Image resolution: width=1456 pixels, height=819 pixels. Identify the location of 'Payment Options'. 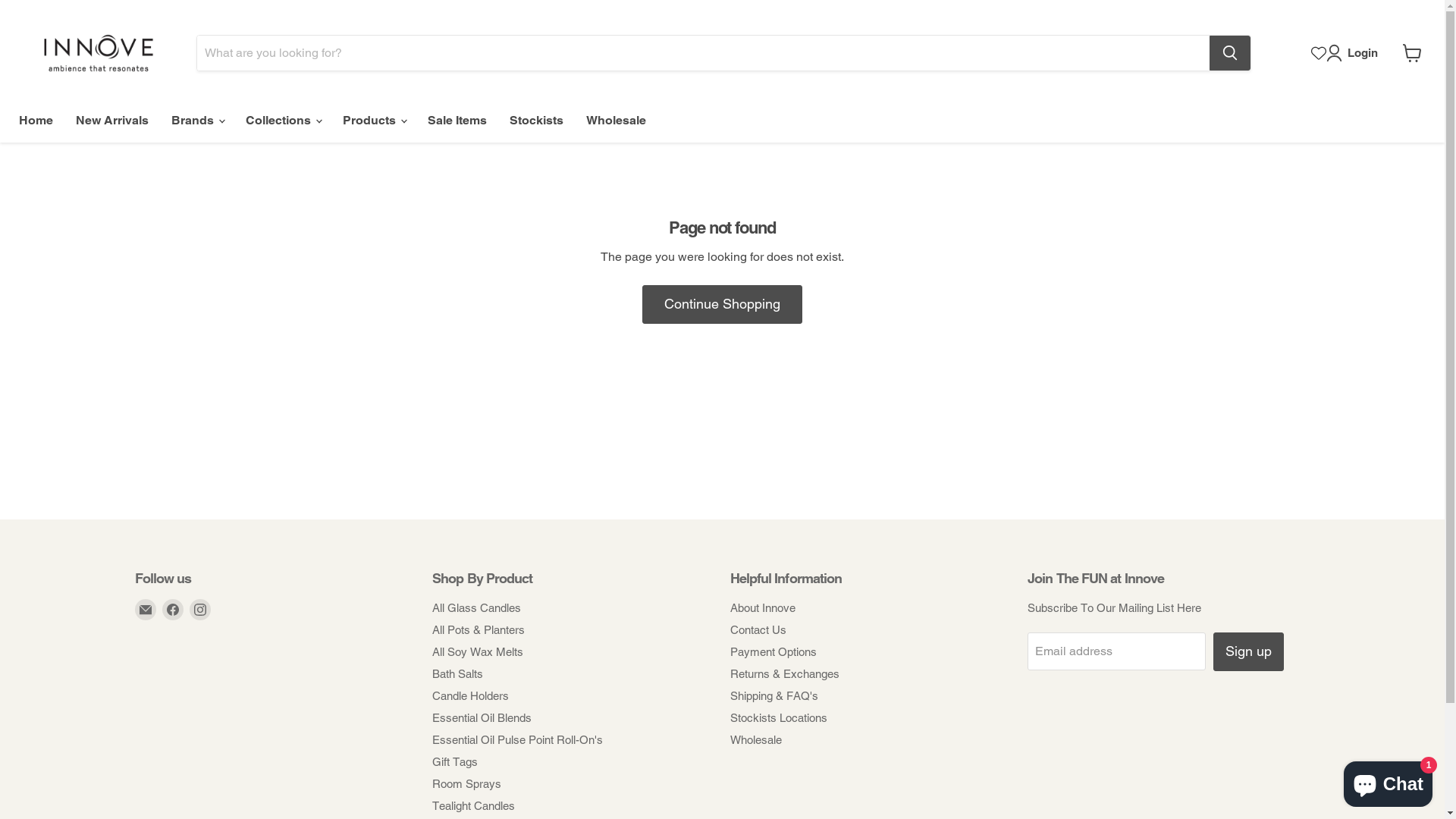
(772, 651).